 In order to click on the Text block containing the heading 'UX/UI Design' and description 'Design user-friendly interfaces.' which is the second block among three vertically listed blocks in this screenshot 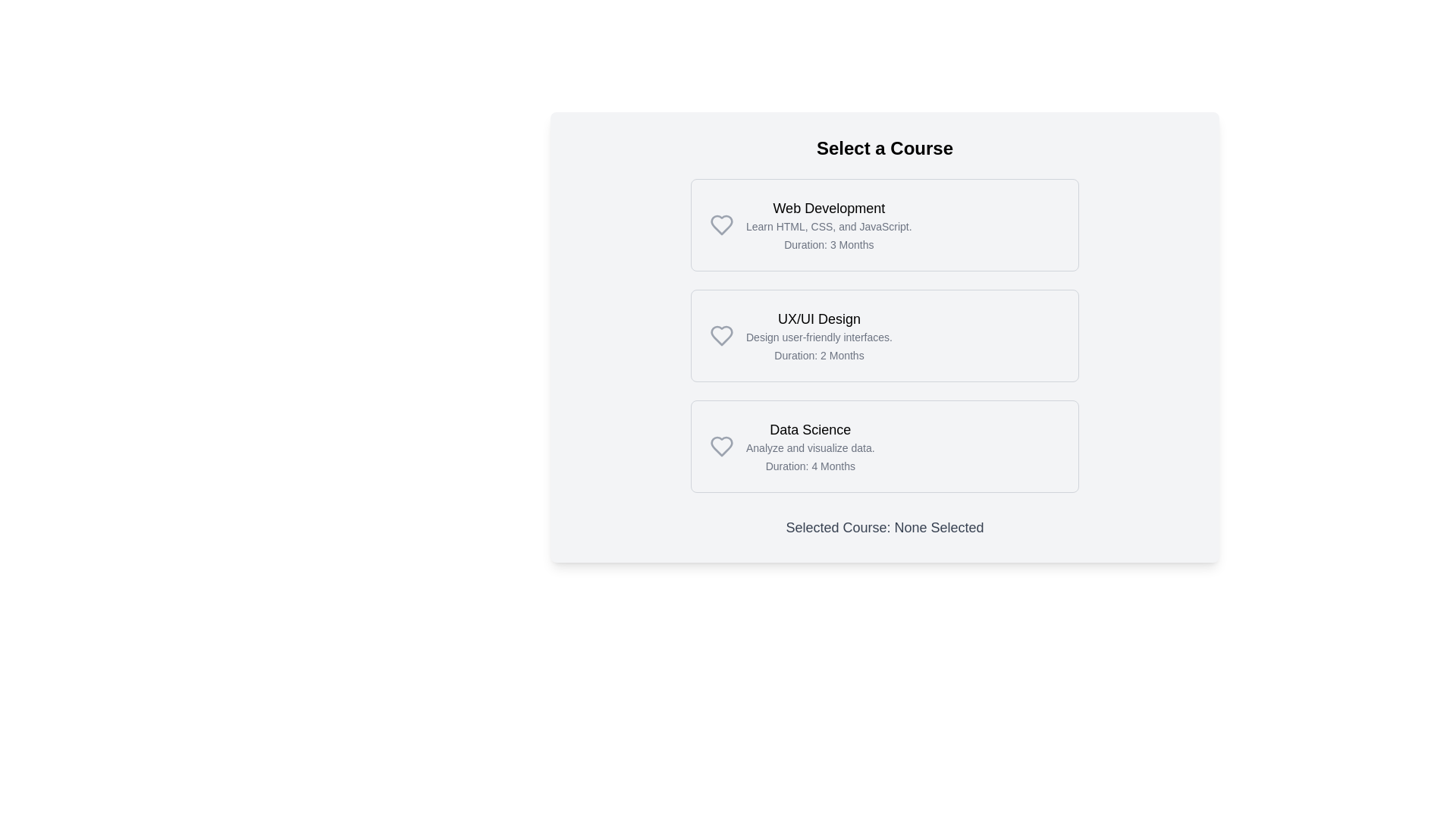, I will do `click(818, 335)`.